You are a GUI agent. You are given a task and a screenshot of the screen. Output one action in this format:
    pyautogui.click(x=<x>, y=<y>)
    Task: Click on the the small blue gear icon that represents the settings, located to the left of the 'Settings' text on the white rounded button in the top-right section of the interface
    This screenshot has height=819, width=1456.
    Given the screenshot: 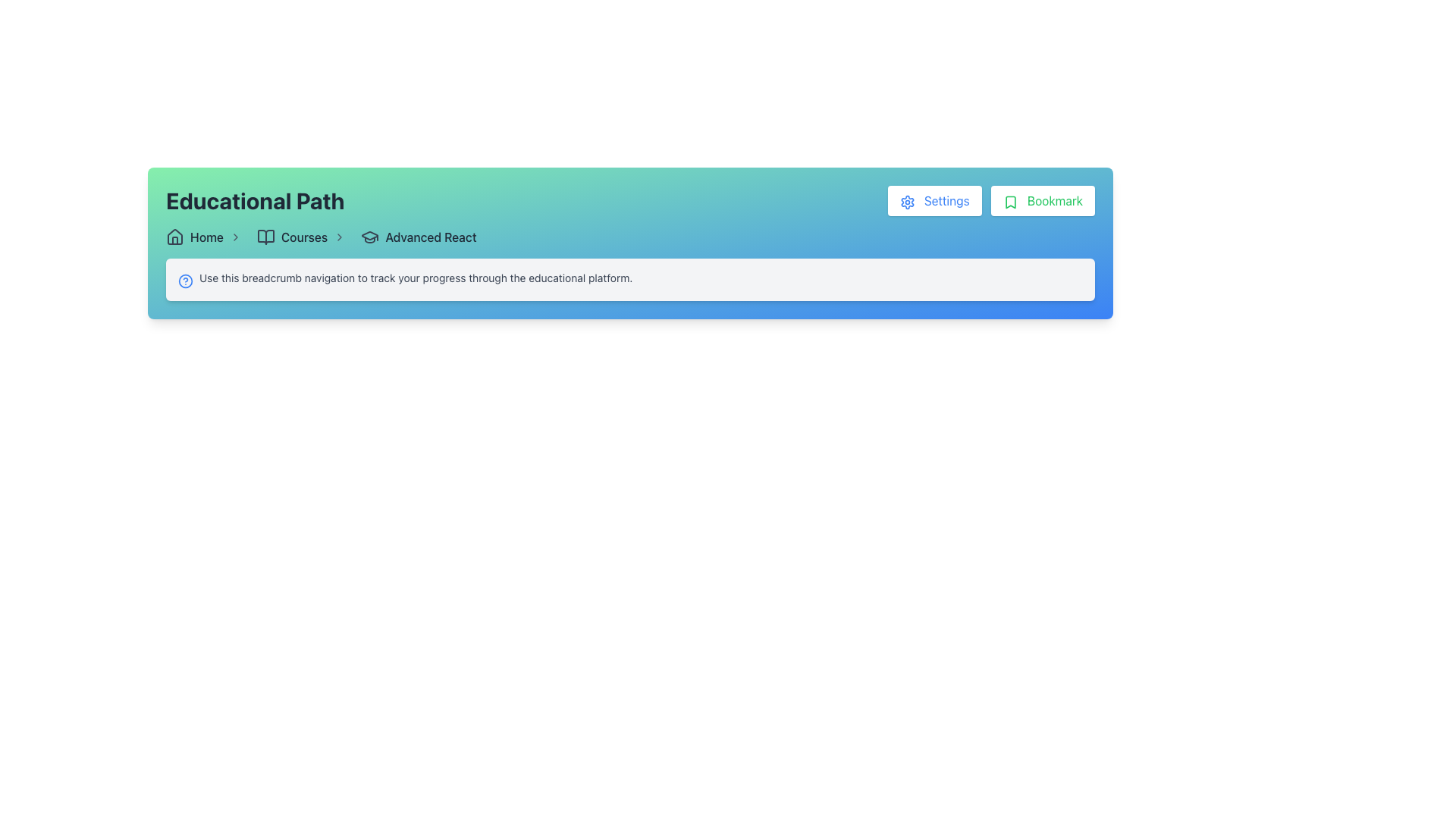 What is the action you would take?
    pyautogui.click(x=907, y=201)
    